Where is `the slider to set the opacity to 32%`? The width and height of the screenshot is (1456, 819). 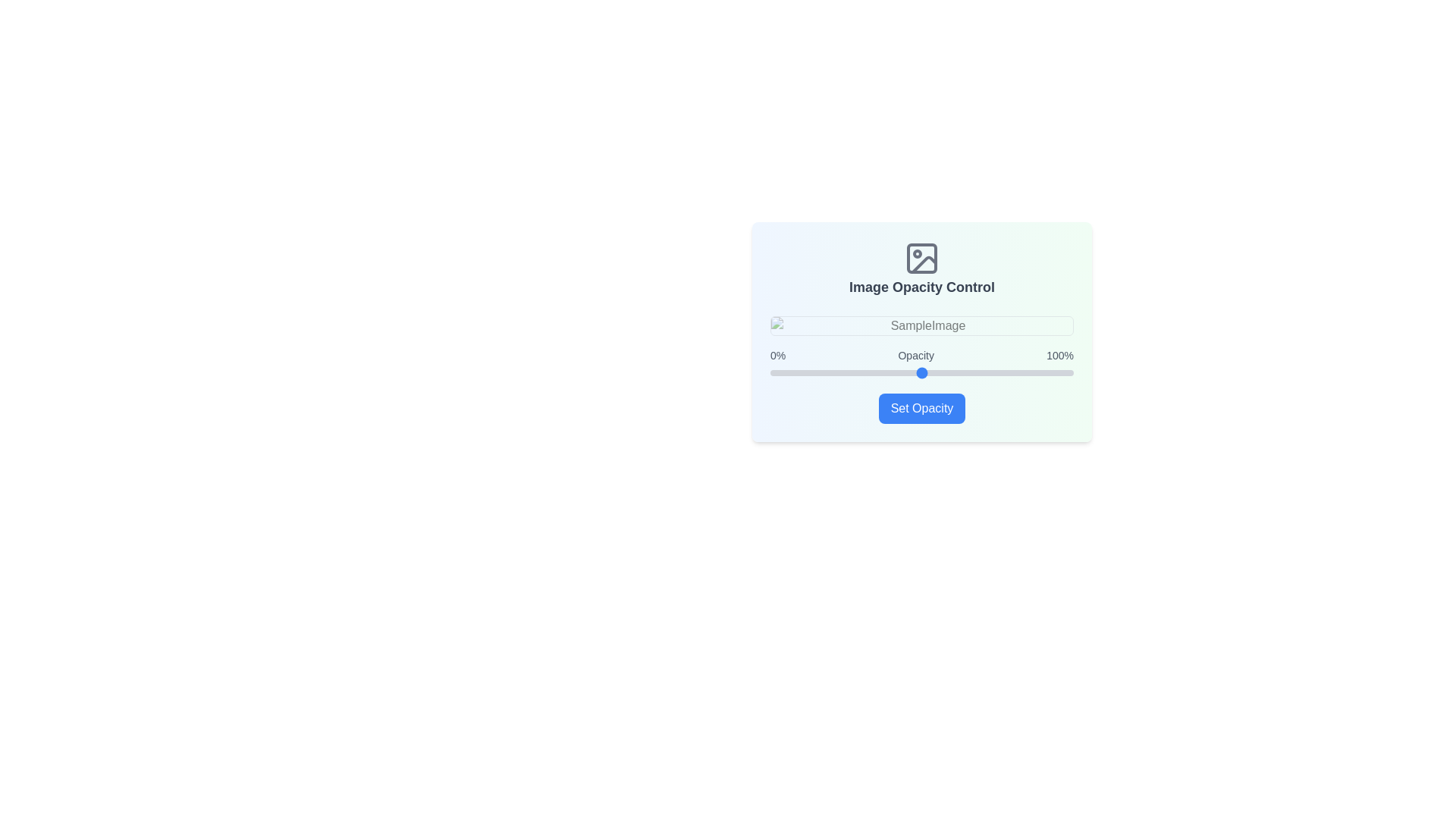
the slider to set the opacity to 32% is located at coordinates (867, 373).